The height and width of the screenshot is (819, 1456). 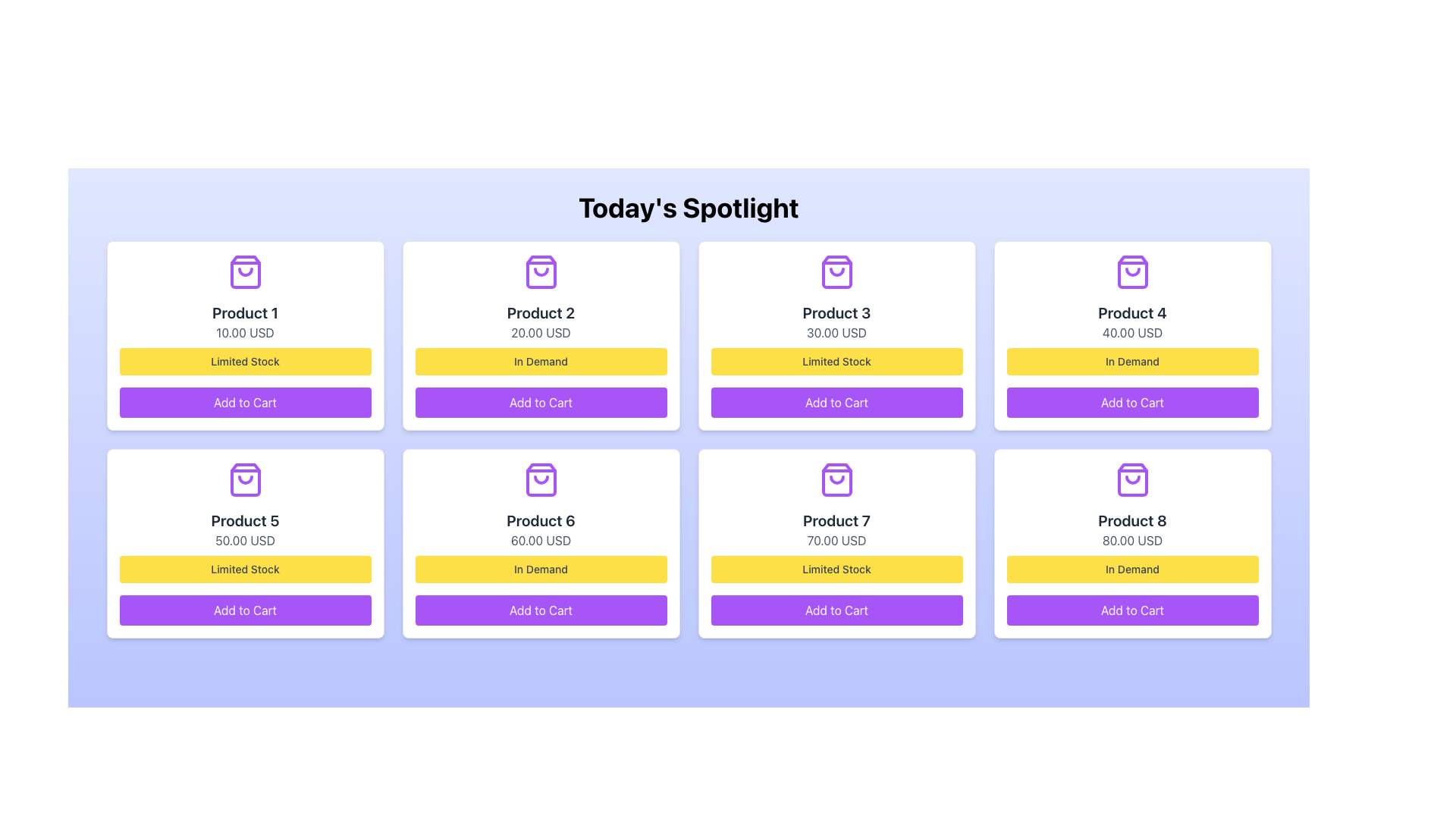 What do you see at coordinates (1132, 610) in the screenshot?
I see `the 'Add to Cart' button, which is a rounded button with white text on a purple background, located at the bottom of the card for 'Product 8'` at bounding box center [1132, 610].